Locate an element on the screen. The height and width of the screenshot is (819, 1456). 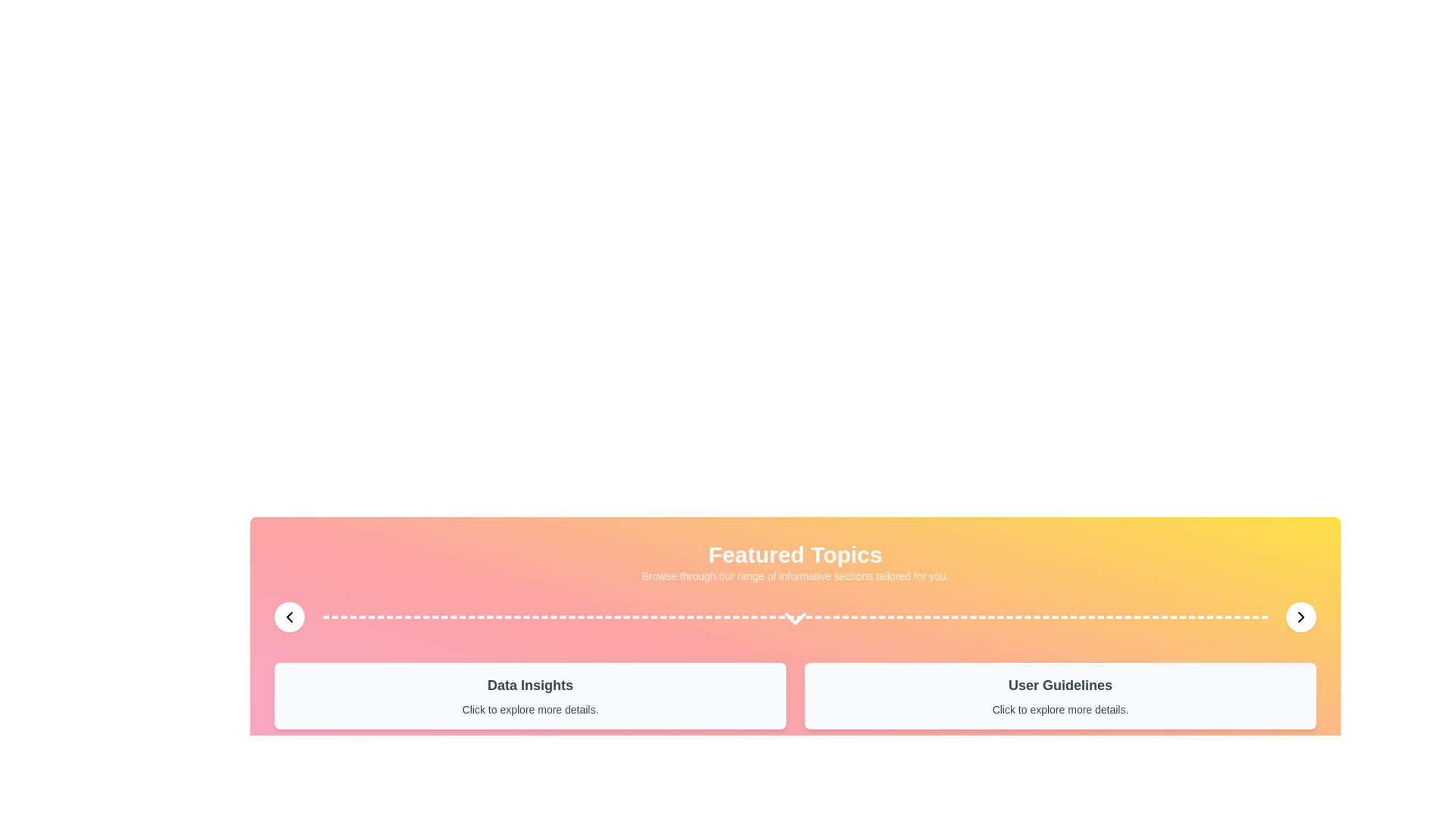
the Chevron icon located on the far-right side of the rounded button is located at coordinates (1301, 617).